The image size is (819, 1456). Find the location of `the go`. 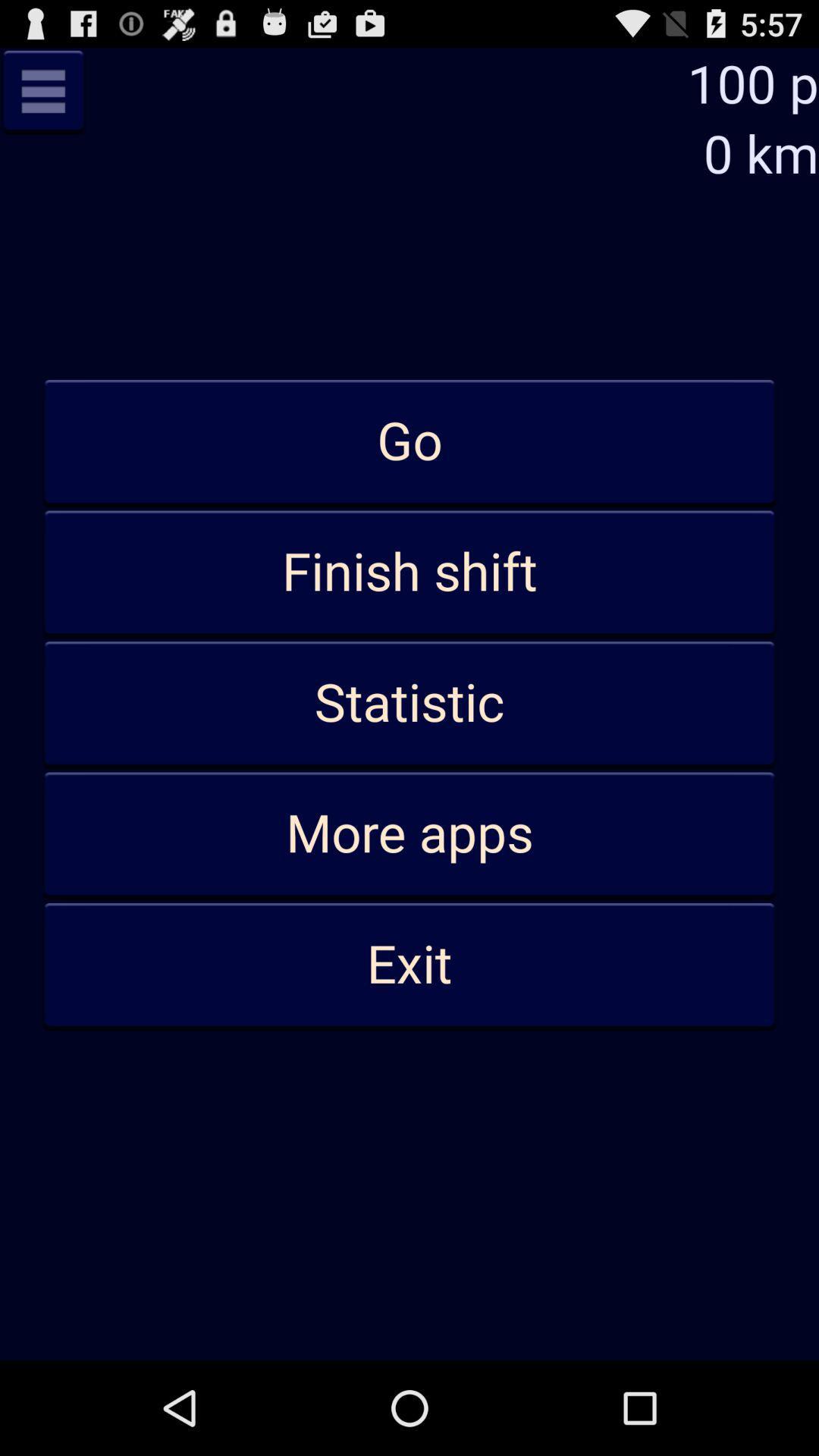

the go is located at coordinates (409, 441).